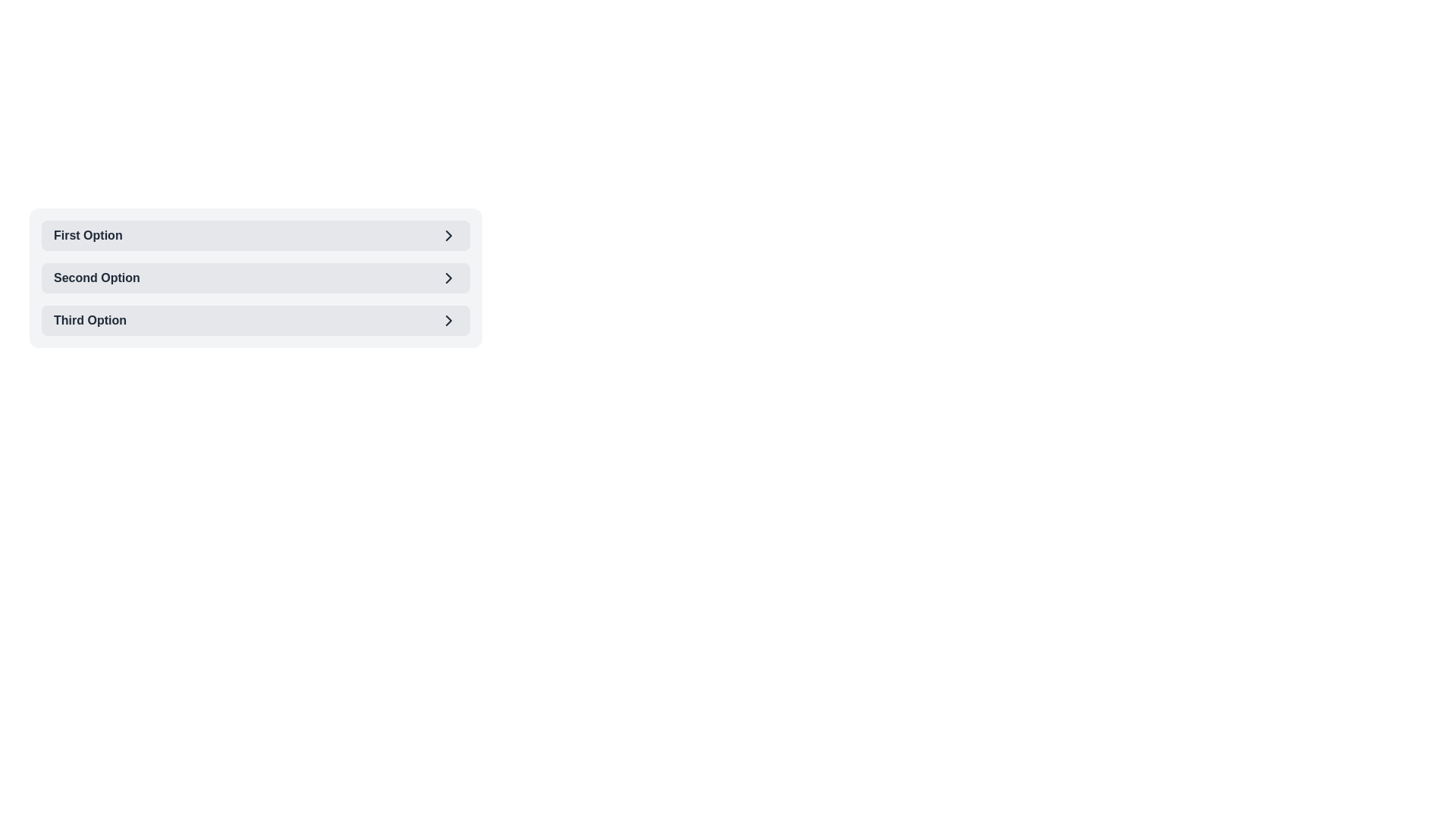 The height and width of the screenshot is (819, 1456). What do you see at coordinates (447, 278) in the screenshot?
I see `the rightward-pointing chevron icon in the 'Second Option' row to indicate interactivity` at bounding box center [447, 278].